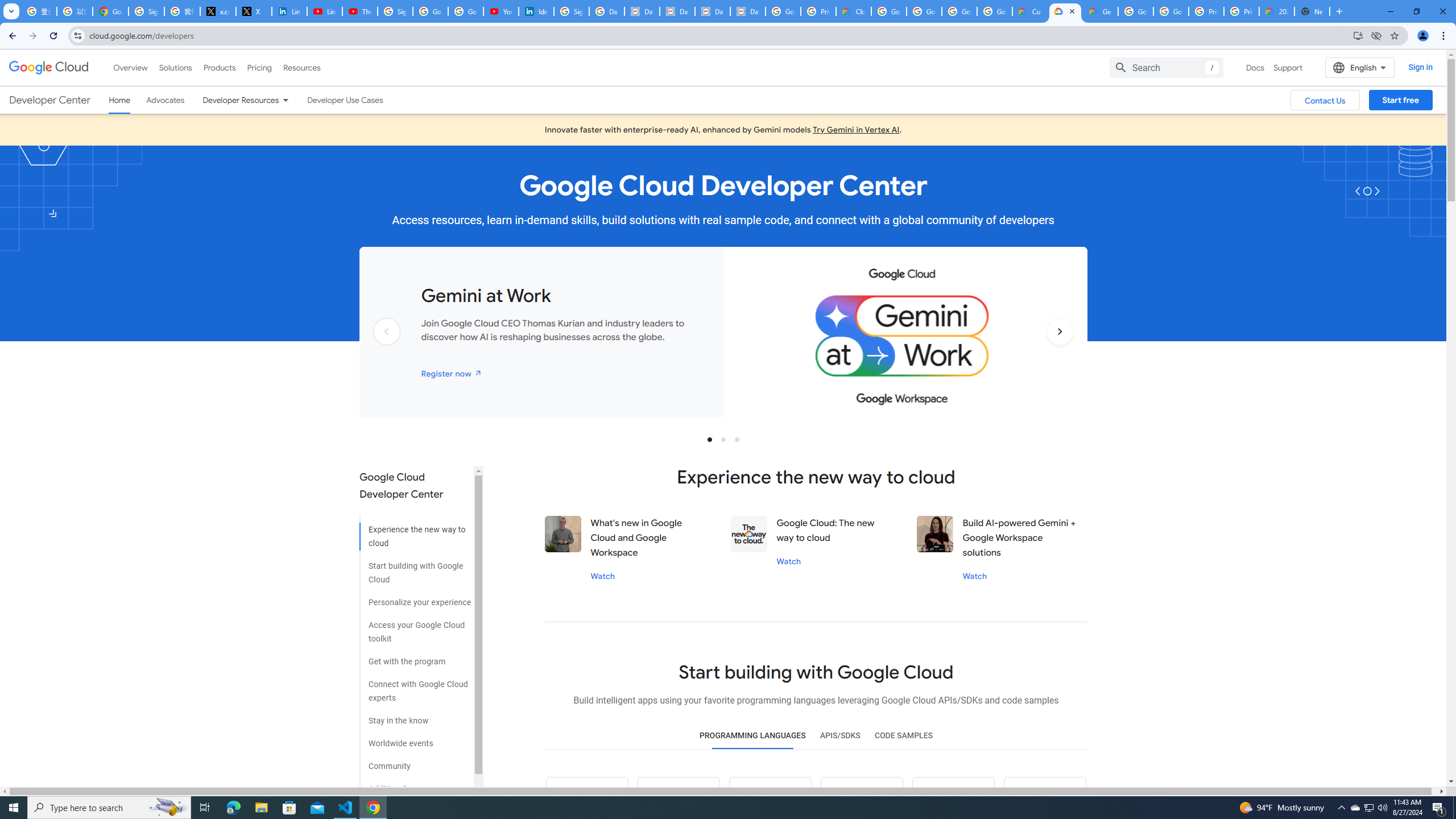 This screenshot has width=1456, height=819. Describe the element at coordinates (959, 11) in the screenshot. I see `'Google Workspace - Specific Terms'` at that location.